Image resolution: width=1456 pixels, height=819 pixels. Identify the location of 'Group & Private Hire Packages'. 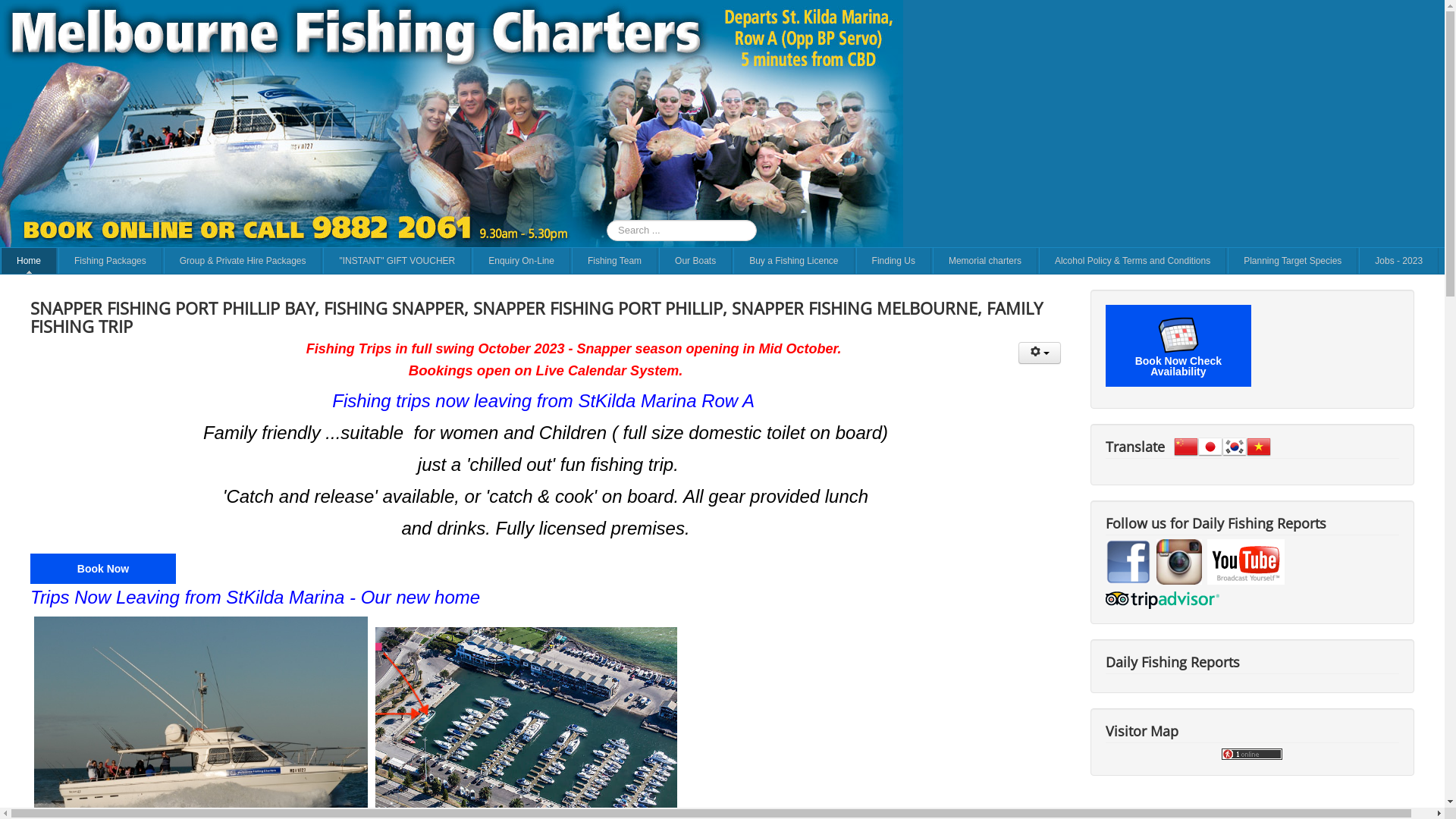
(243, 259).